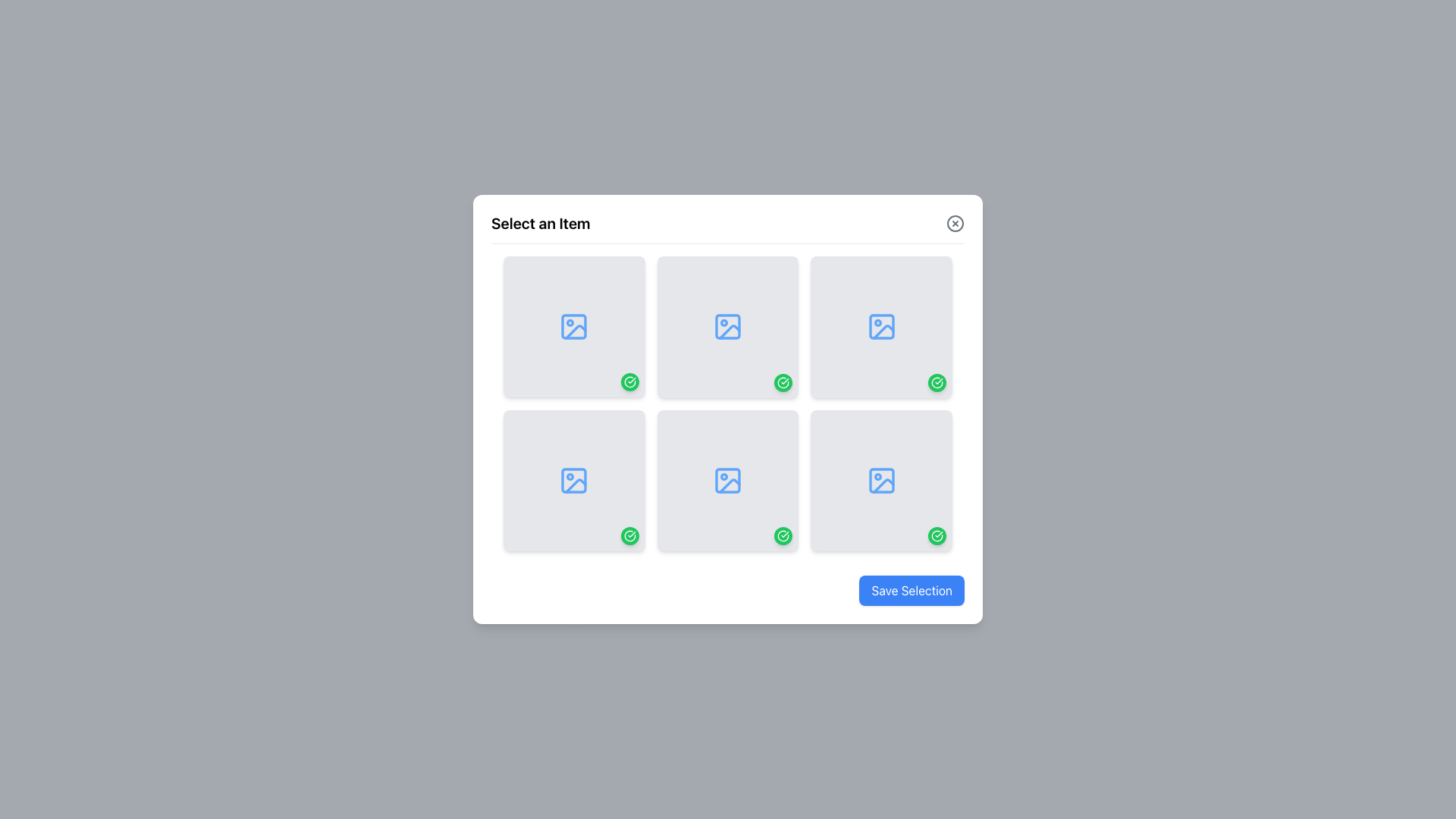 The width and height of the screenshot is (1456, 819). I want to click on the decorative graphical component located in the top-left corner of a three-by-two grid layout within the SVG icon, so click(573, 326).